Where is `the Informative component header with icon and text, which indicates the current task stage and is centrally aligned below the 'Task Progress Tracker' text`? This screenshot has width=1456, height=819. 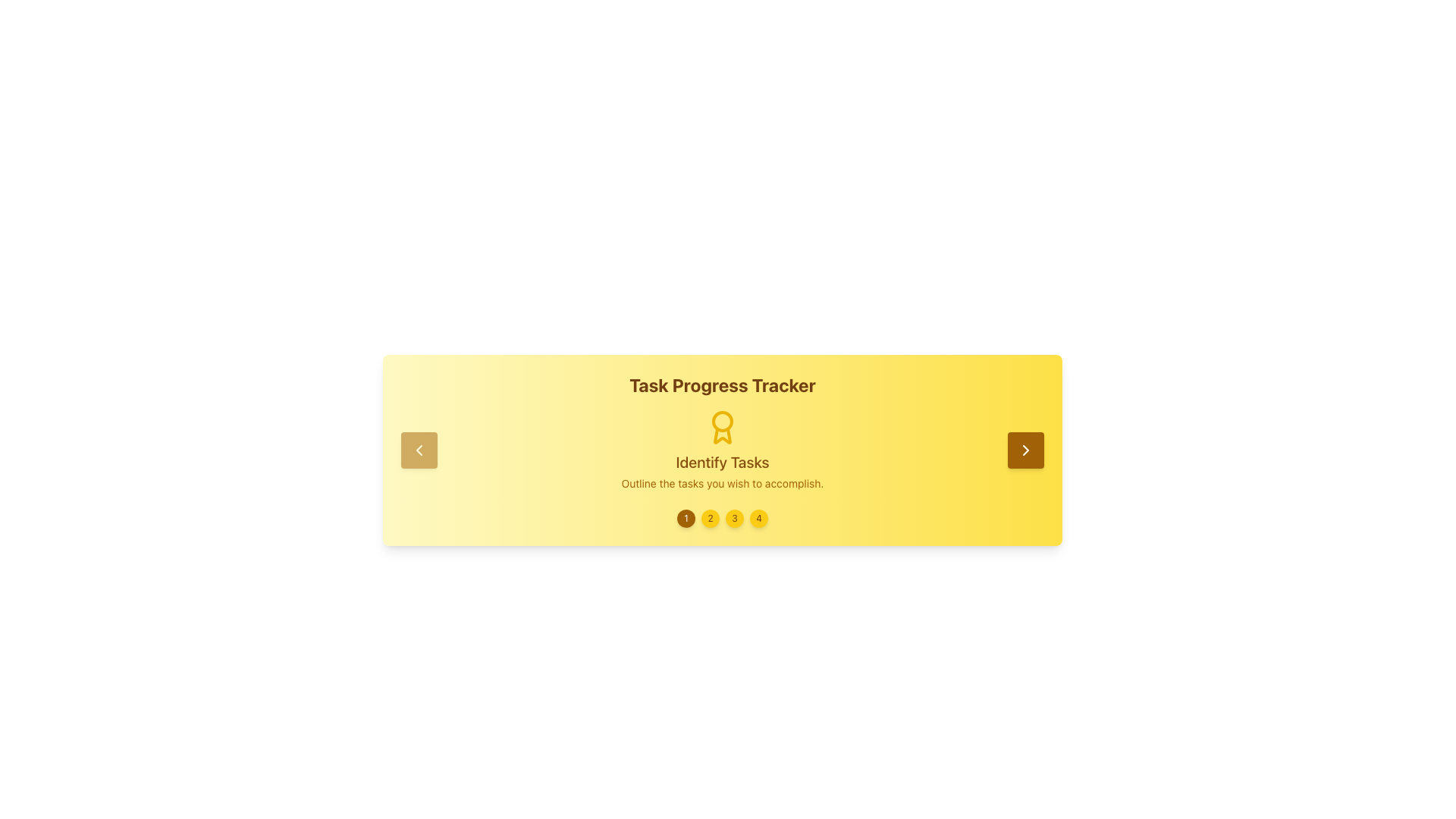 the Informative component header with icon and text, which indicates the current task stage and is centrally aligned below the 'Task Progress Tracker' text is located at coordinates (722, 450).